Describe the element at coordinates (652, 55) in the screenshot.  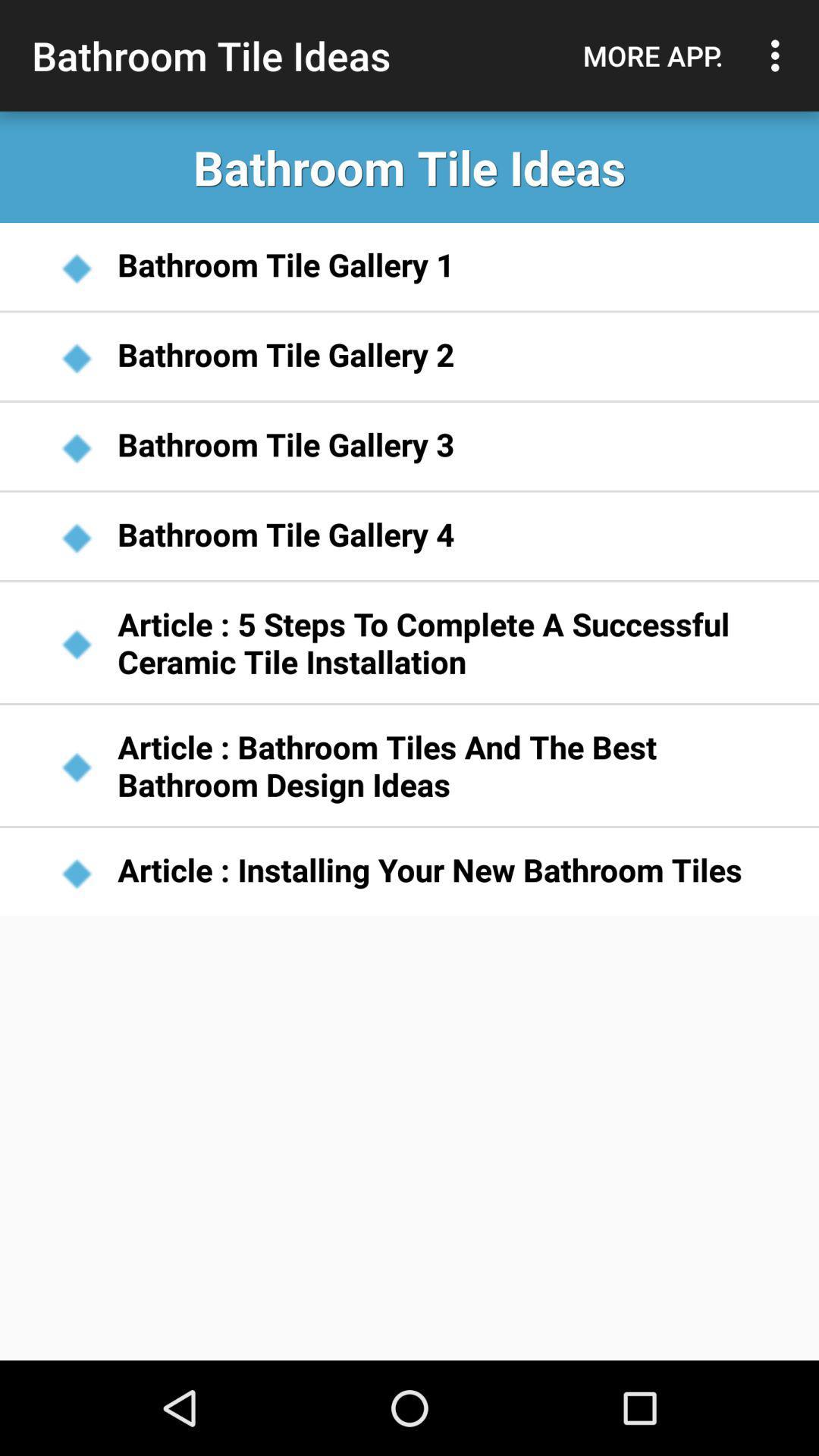
I see `app to the right of the bathroom tile ideas item` at that location.